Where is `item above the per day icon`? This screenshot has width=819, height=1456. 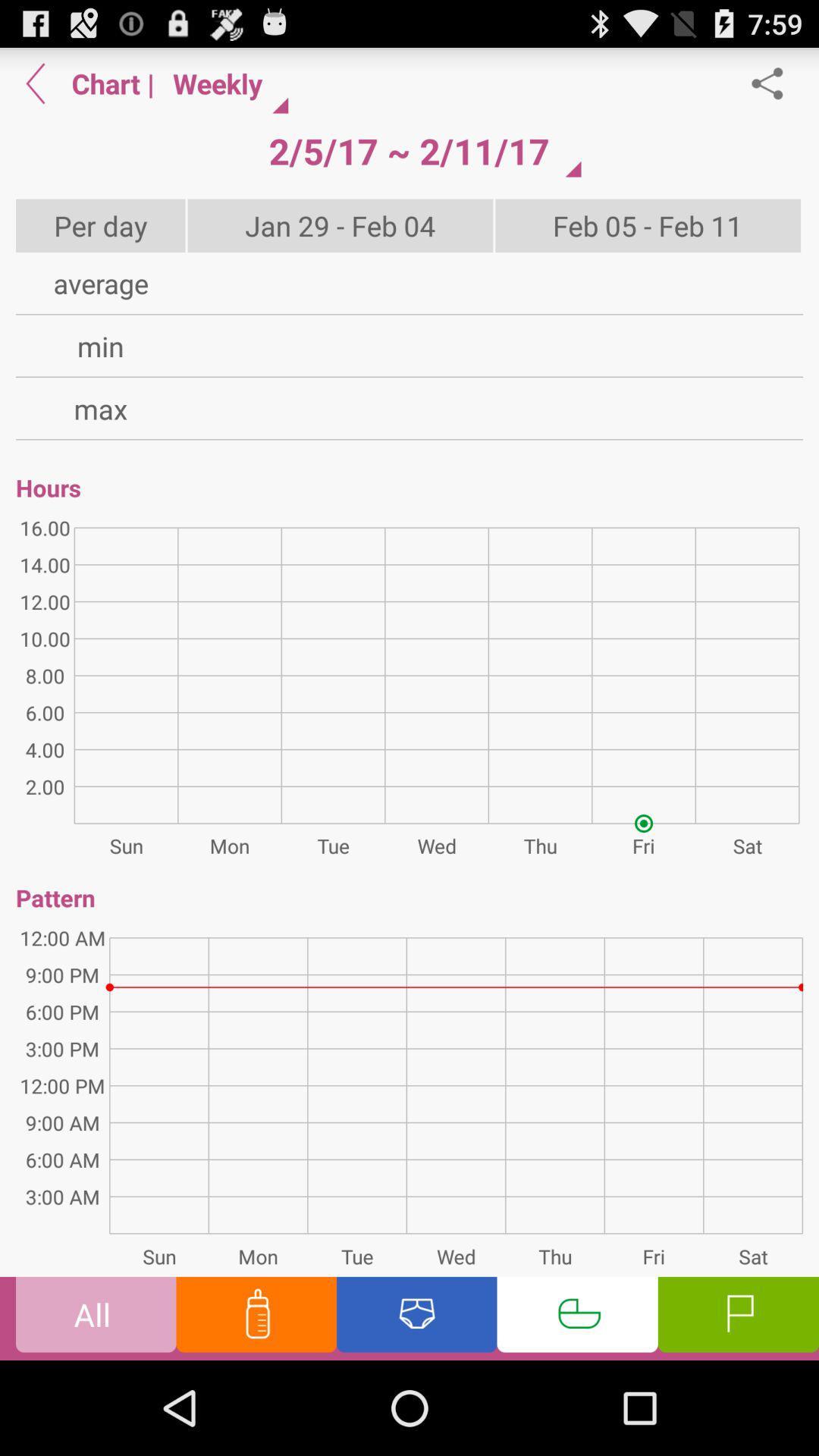
item above the per day icon is located at coordinates (35, 83).